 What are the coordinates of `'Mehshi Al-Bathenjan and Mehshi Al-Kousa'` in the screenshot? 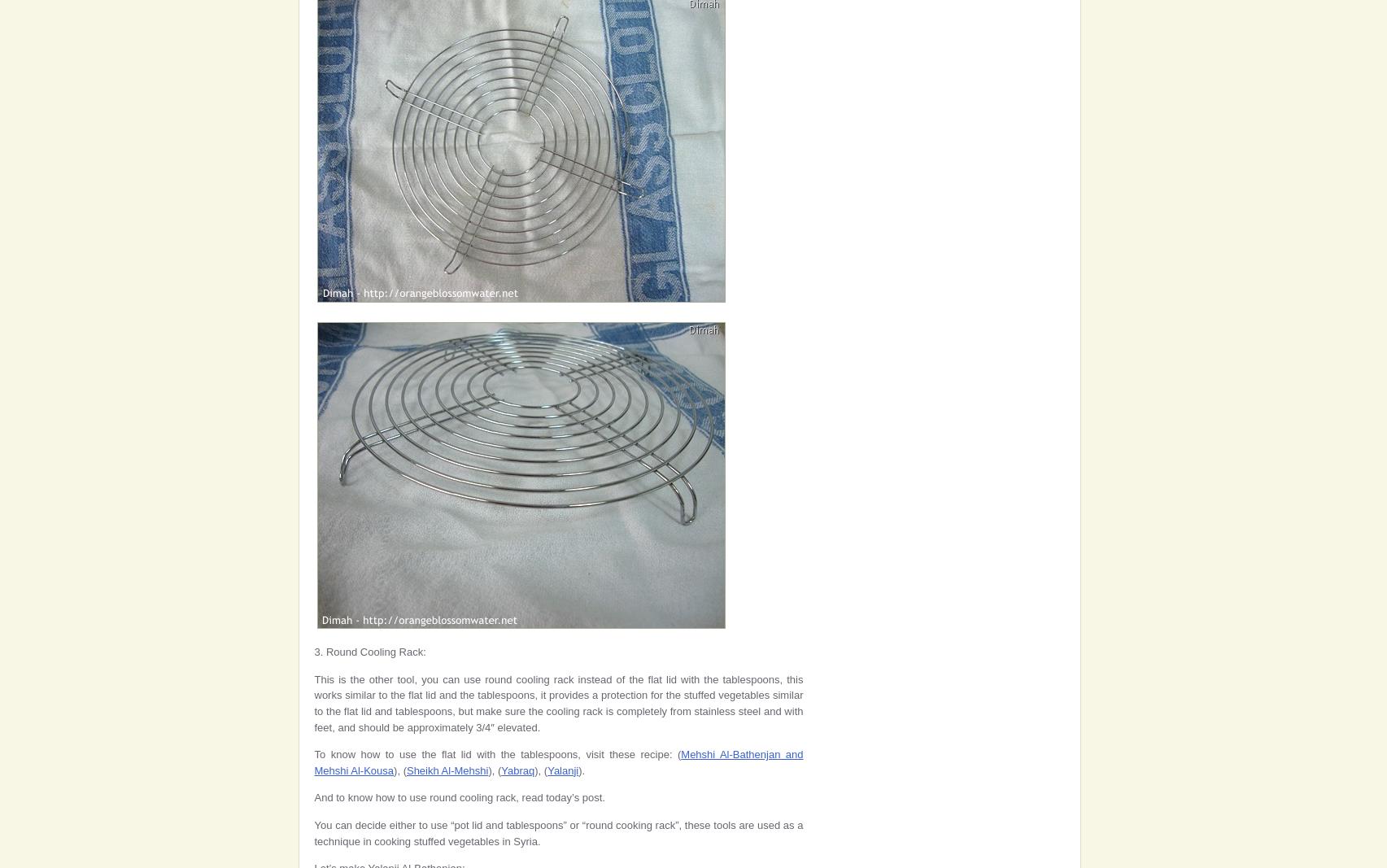 It's located at (558, 762).